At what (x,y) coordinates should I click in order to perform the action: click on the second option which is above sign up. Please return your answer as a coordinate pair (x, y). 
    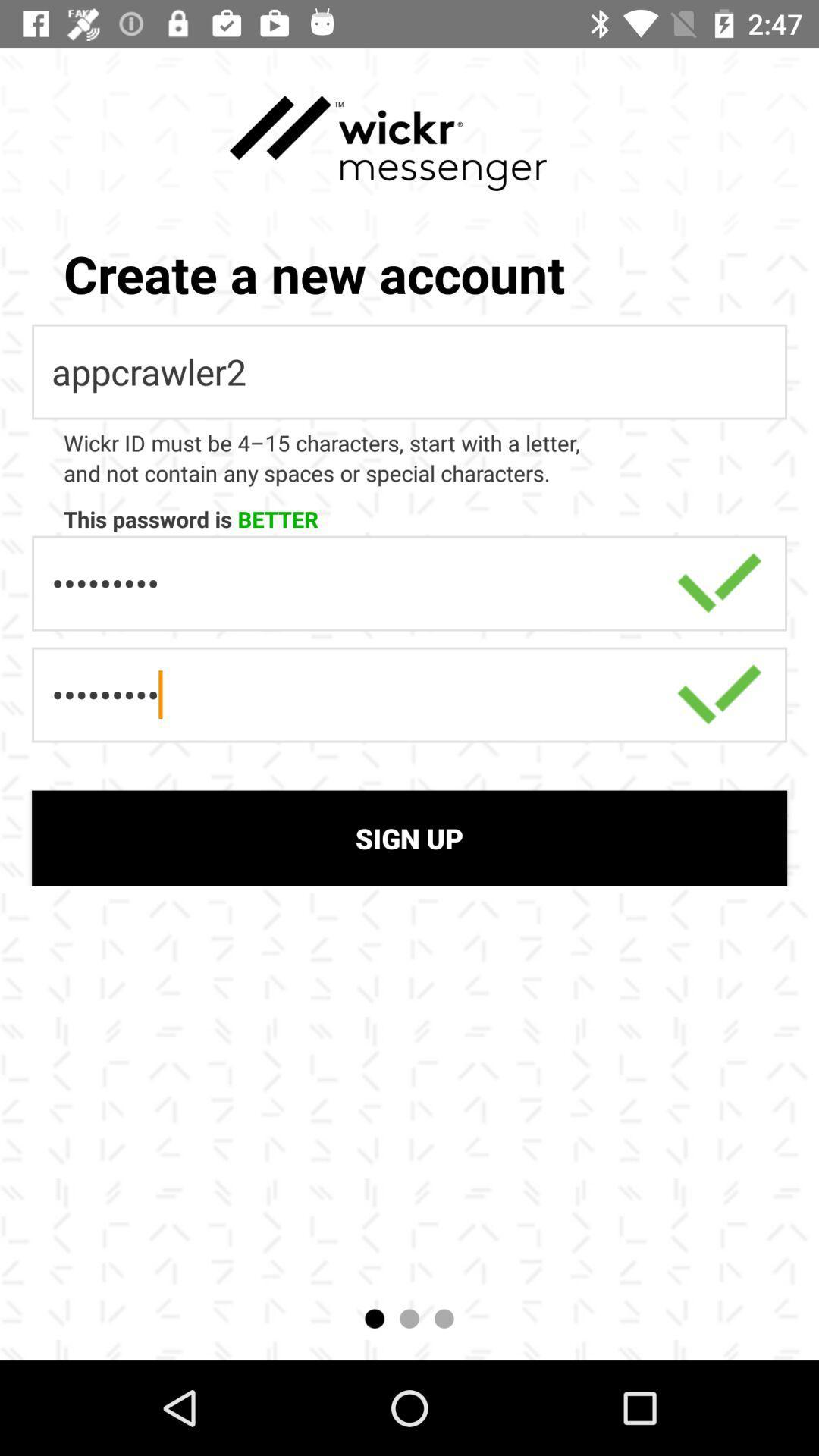
    Looking at the image, I should click on (409, 694).